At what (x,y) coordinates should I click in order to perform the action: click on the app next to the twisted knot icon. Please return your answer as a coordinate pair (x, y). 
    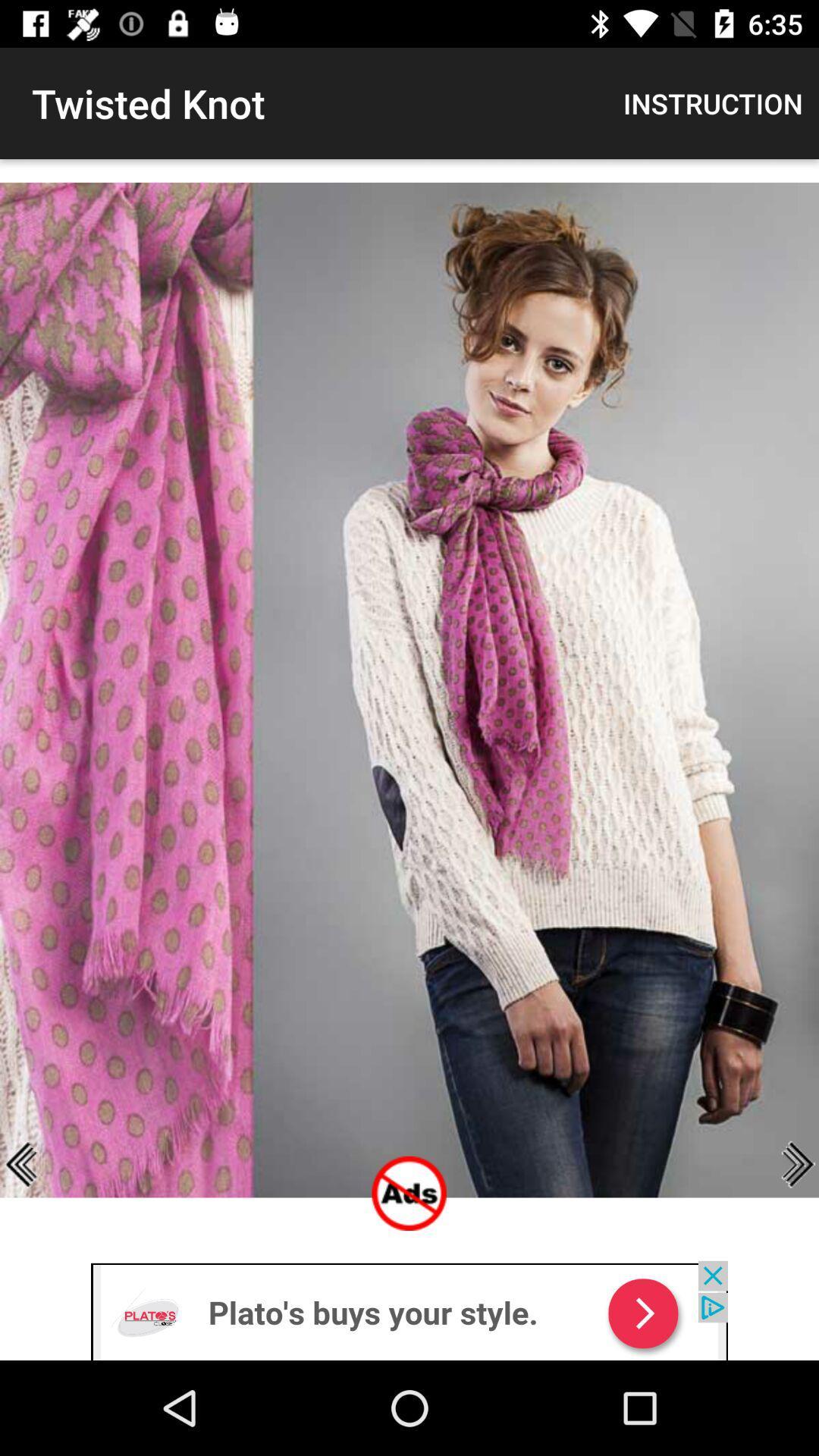
    Looking at the image, I should click on (713, 102).